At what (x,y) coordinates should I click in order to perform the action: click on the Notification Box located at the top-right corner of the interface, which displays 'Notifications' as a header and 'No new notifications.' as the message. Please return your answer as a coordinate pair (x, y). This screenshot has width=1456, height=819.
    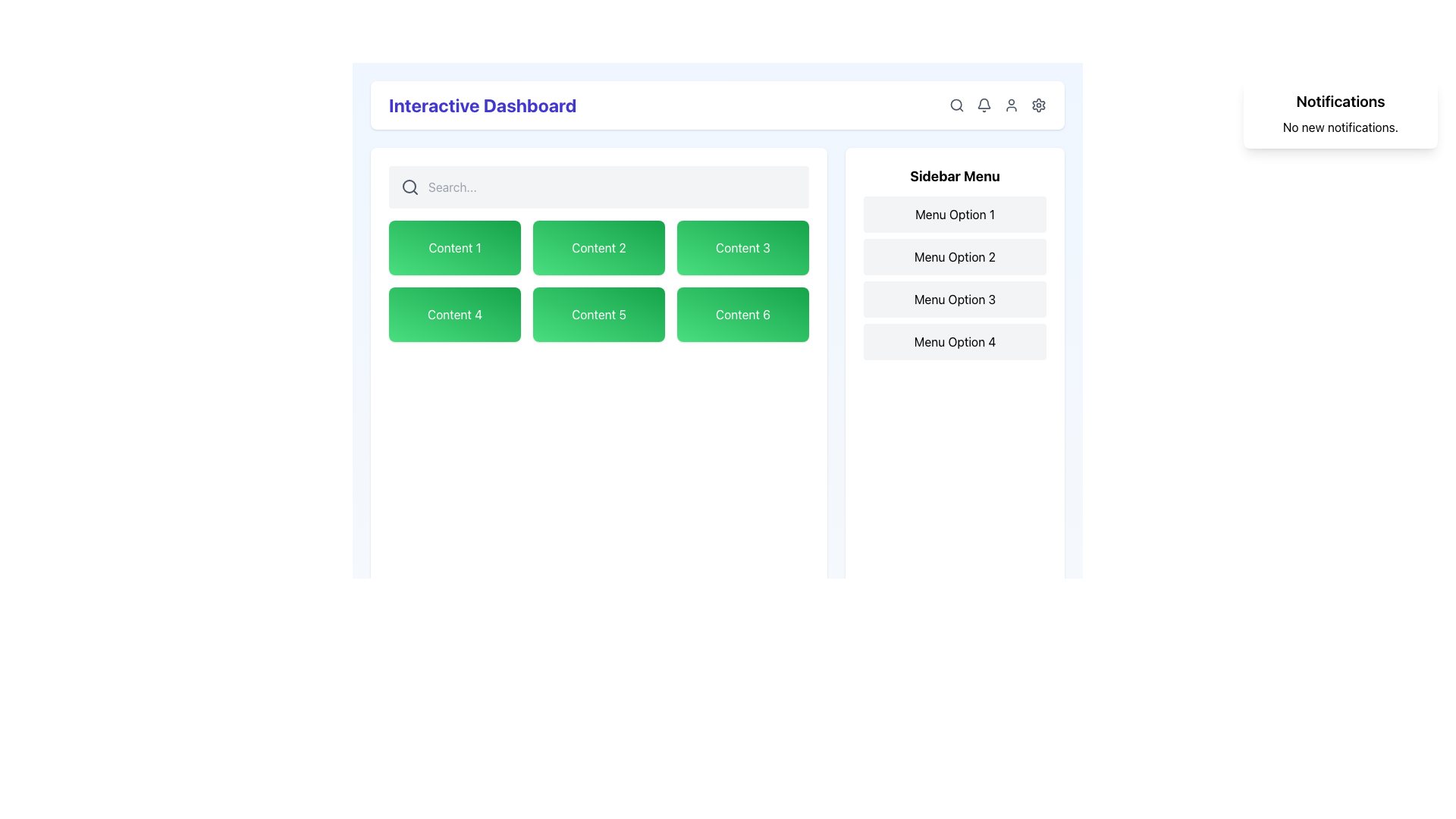
    Looking at the image, I should click on (1340, 113).